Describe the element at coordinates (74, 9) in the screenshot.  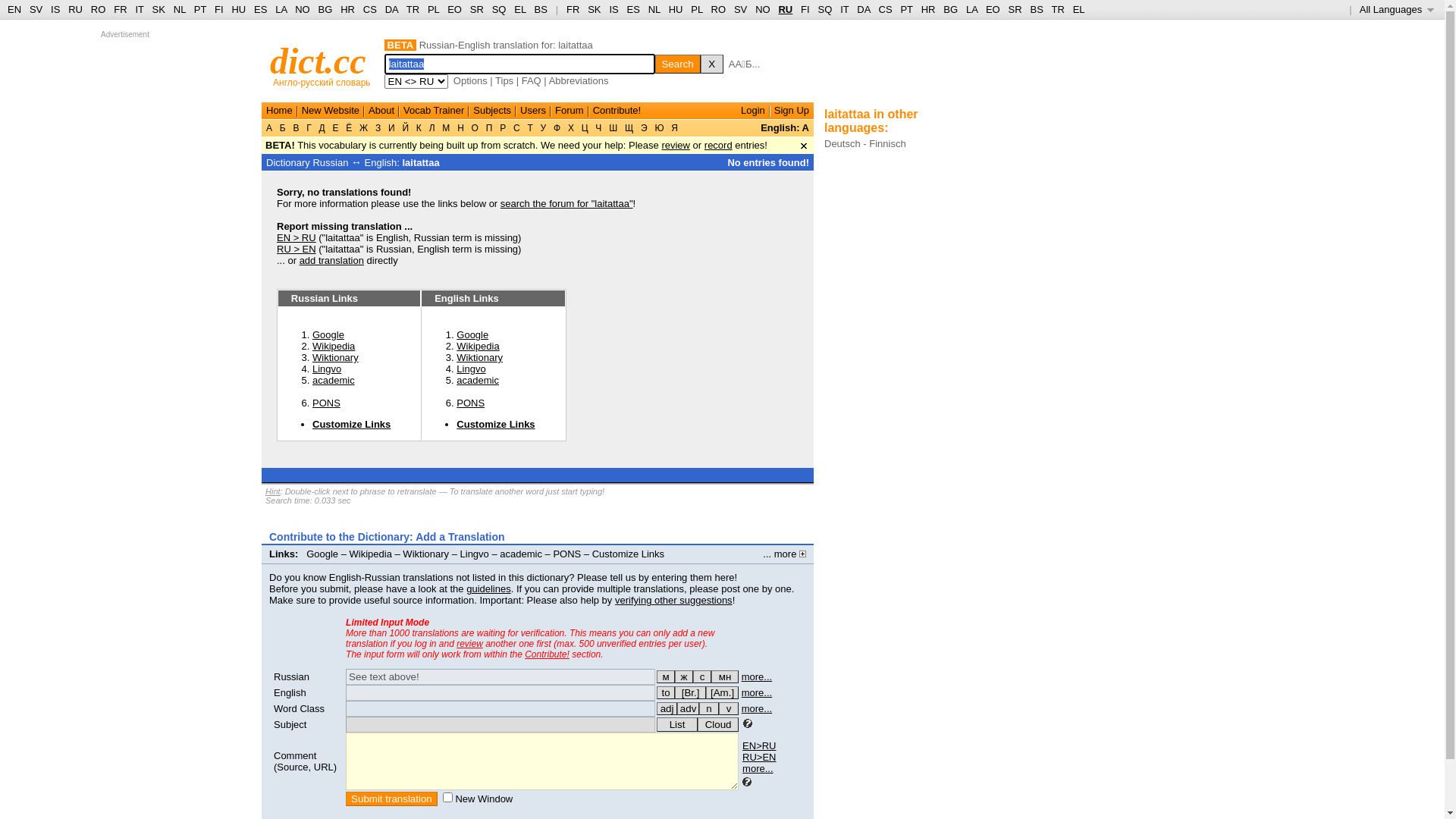
I see `'RU'` at that location.